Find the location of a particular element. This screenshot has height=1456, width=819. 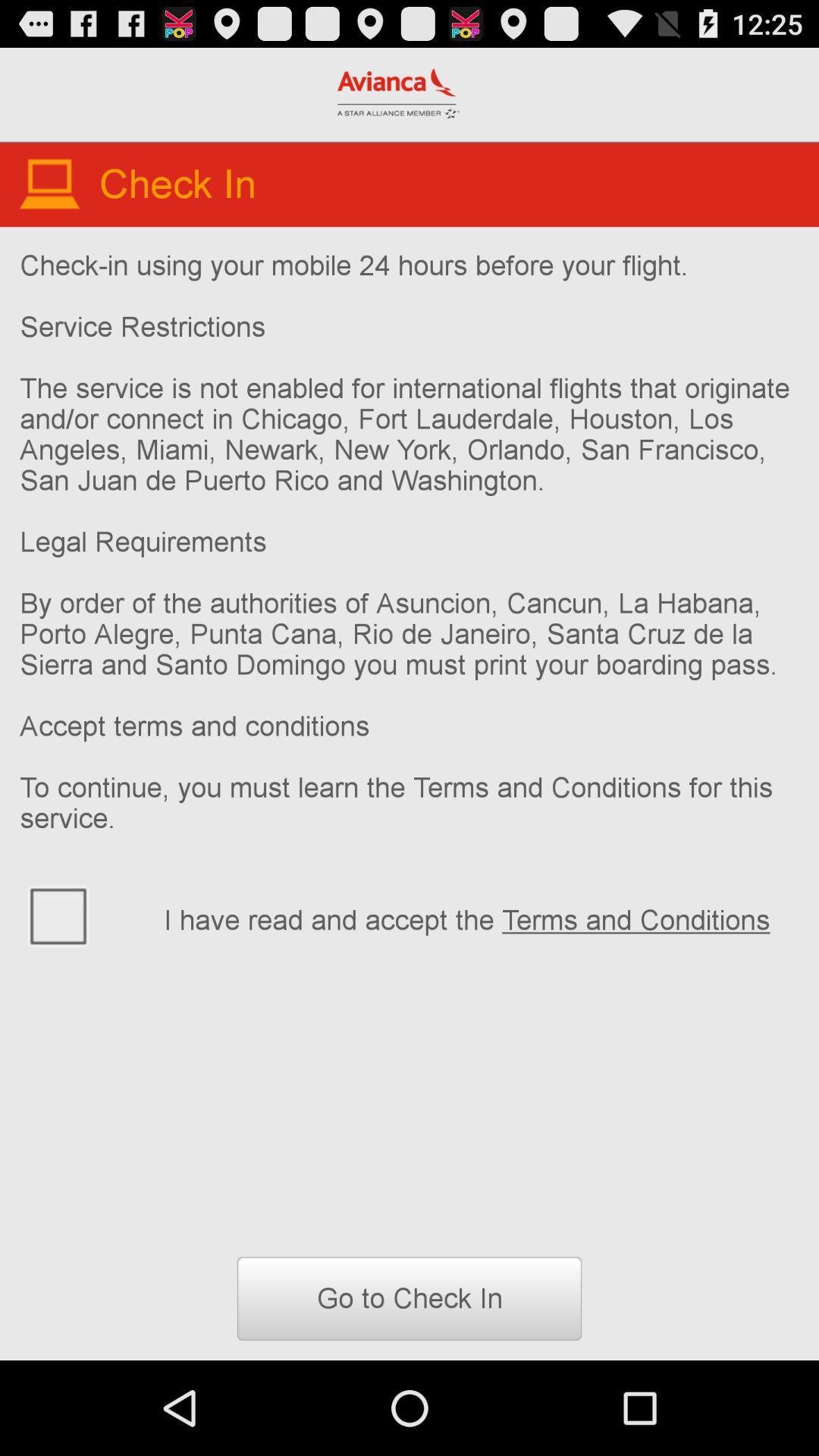

the icon below check in using icon is located at coordinates (82, 914).